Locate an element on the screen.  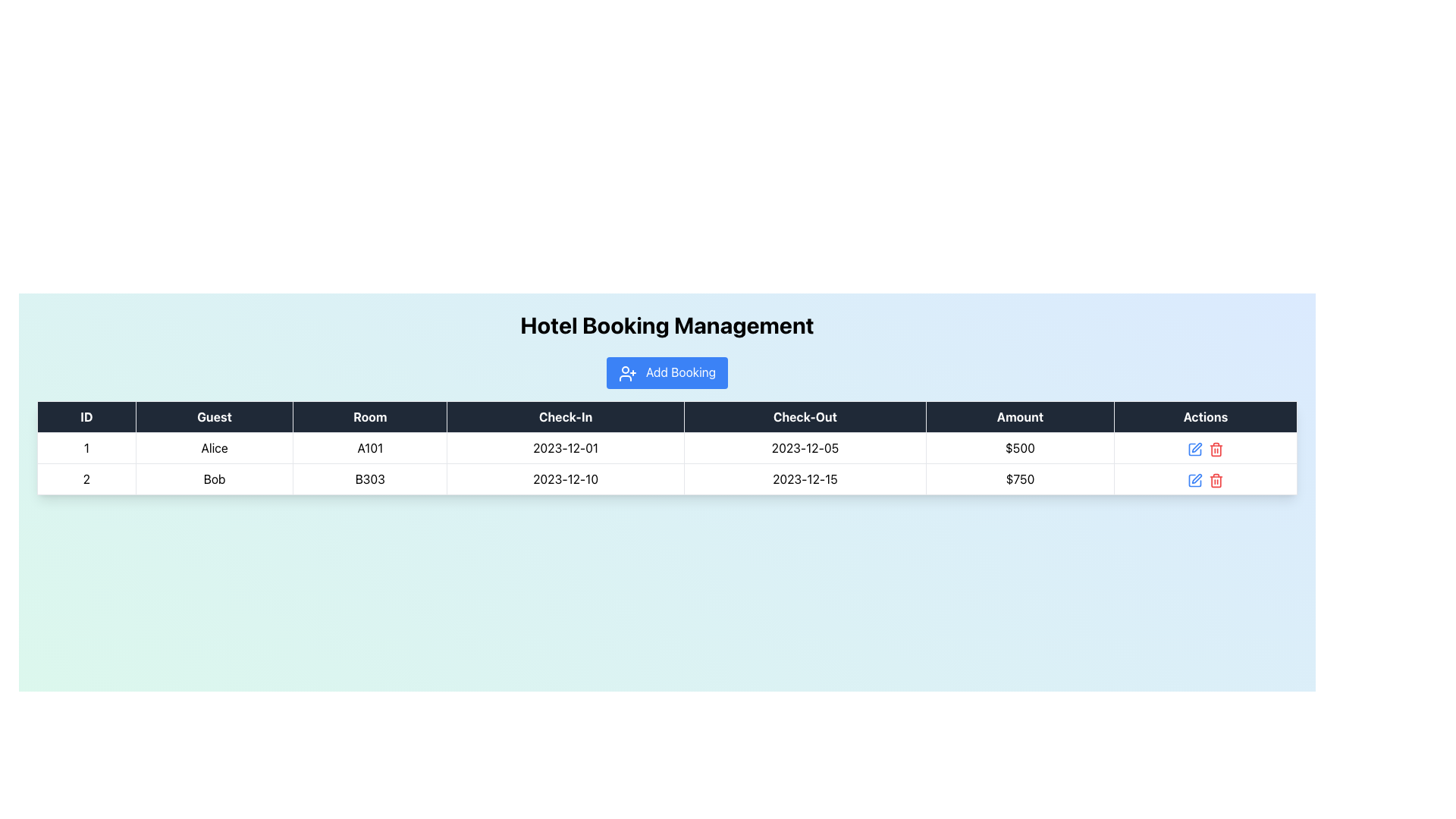
the red trash can icon located in the 'Actions' column of the second row in the table is located at coordinates (1216, 479).